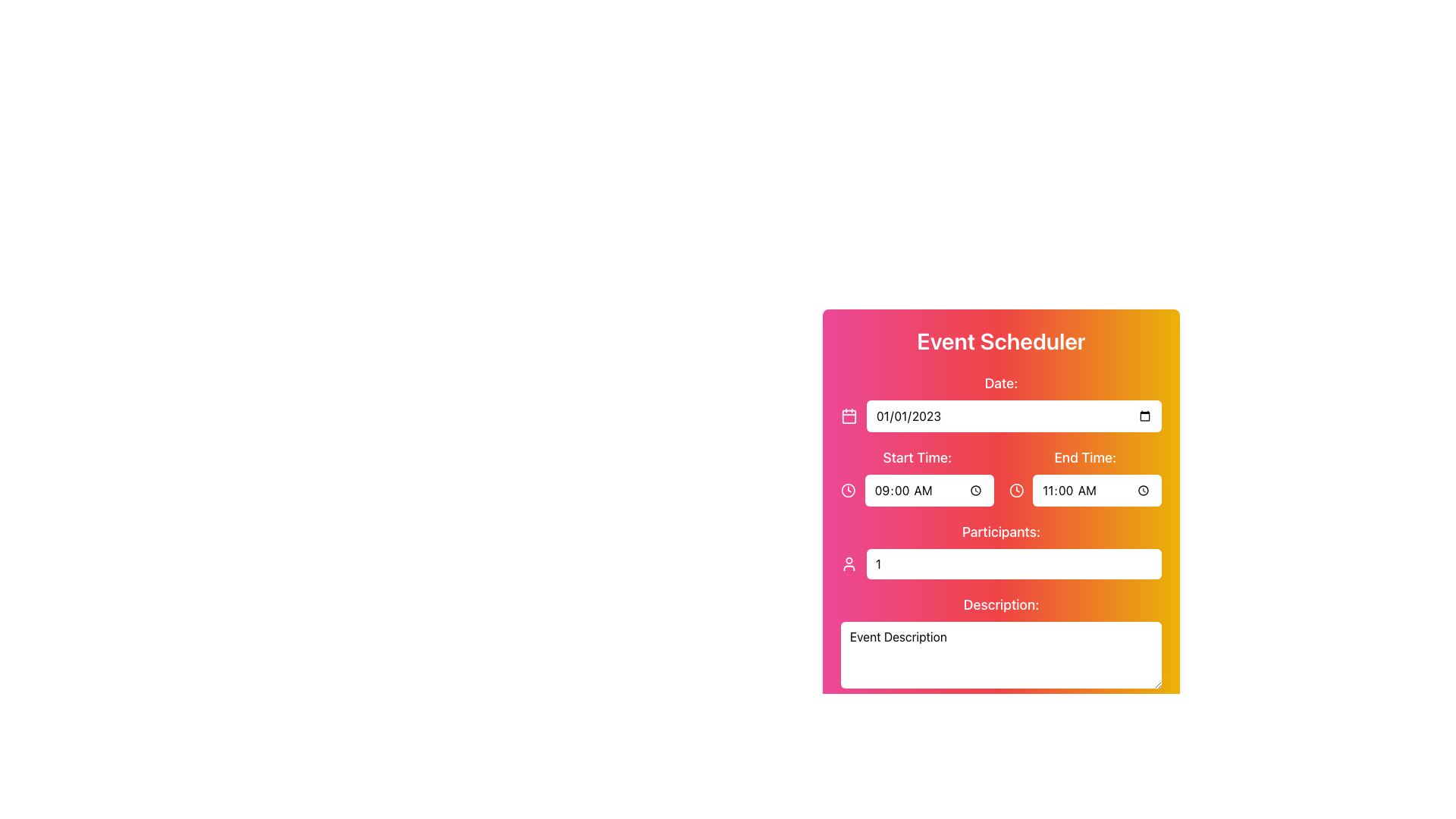  Describe the element at coordinates (847, 416) in the screenshot. I see `the decorative pink icon representing a calendar located to the left of the 'Date:' label in the 'Event Scheduler' section` at that location.